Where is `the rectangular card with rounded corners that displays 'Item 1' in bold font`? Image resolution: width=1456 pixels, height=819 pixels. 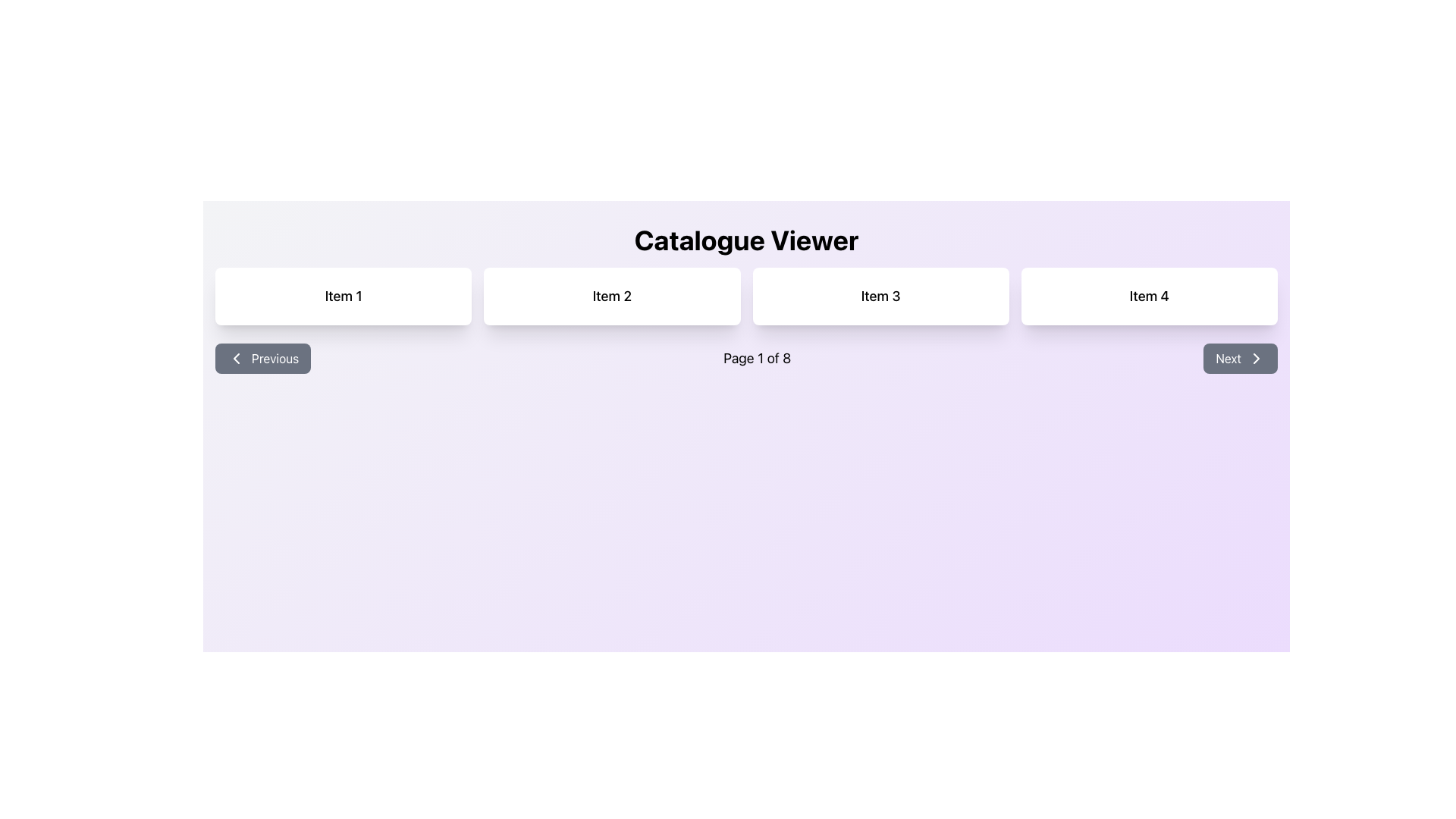 the rectangular card with rounded corners that displays 'Item 1' in bold font is located at coordinates (343, 296).